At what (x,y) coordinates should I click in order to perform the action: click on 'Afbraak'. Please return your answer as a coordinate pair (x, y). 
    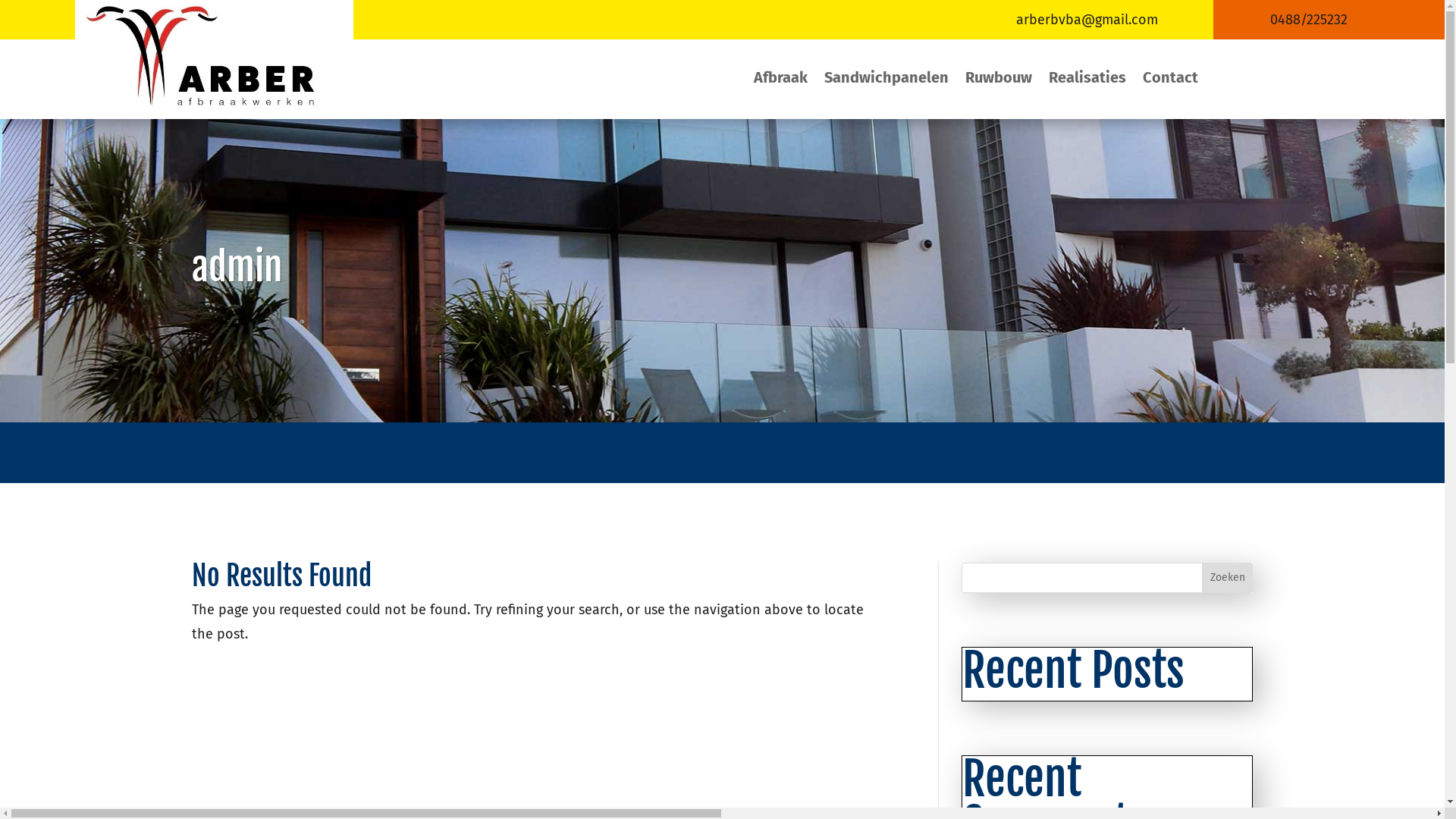
    Looking at the image, I should click on (753, 80).